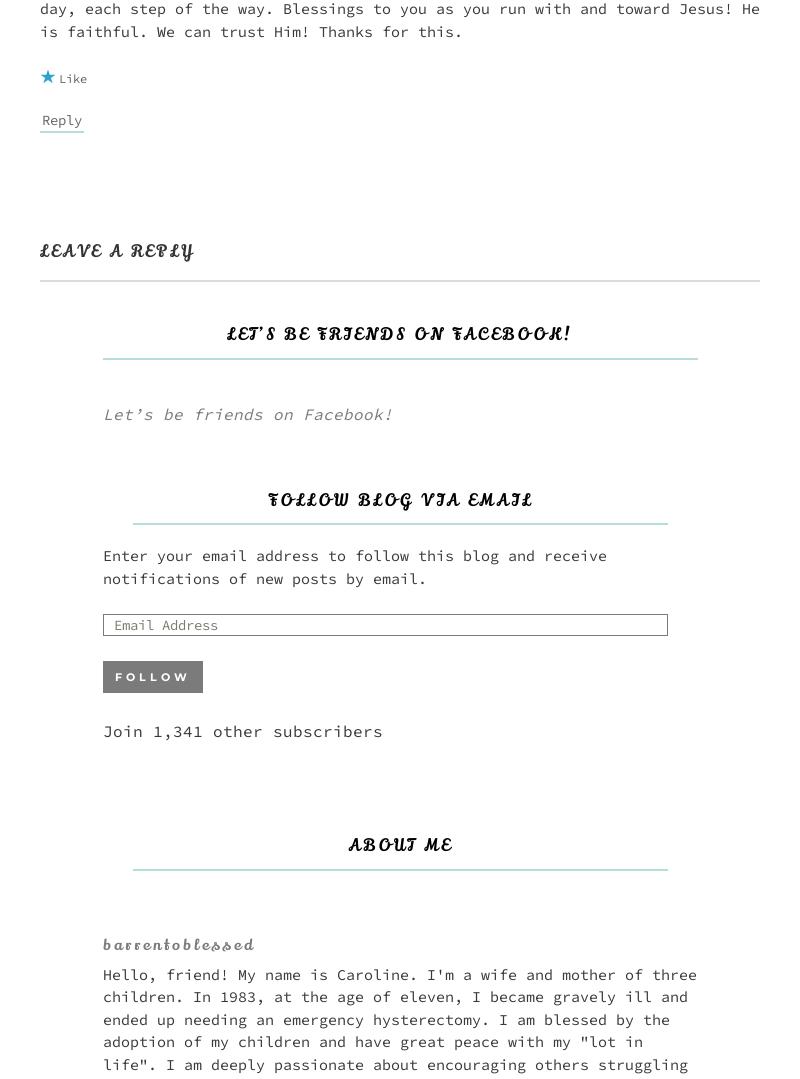 Image resolution: width=800 pixels, height=1079 pixels. What do you see at coordinates (116, 251) in the screenshot?
I see `'Leave a Reply'` at bounding box center [116, 251].